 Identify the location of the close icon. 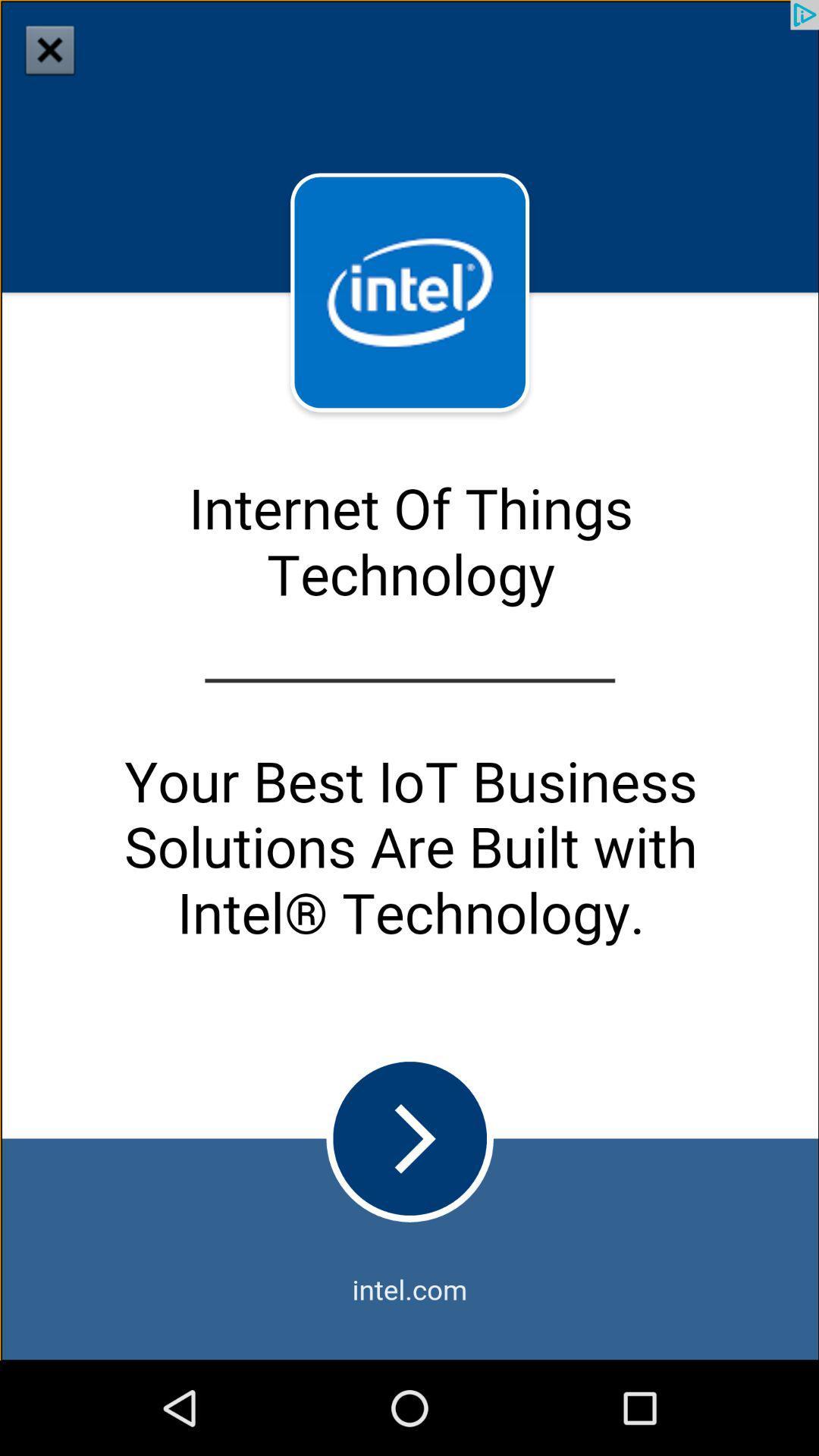
(49, 53).